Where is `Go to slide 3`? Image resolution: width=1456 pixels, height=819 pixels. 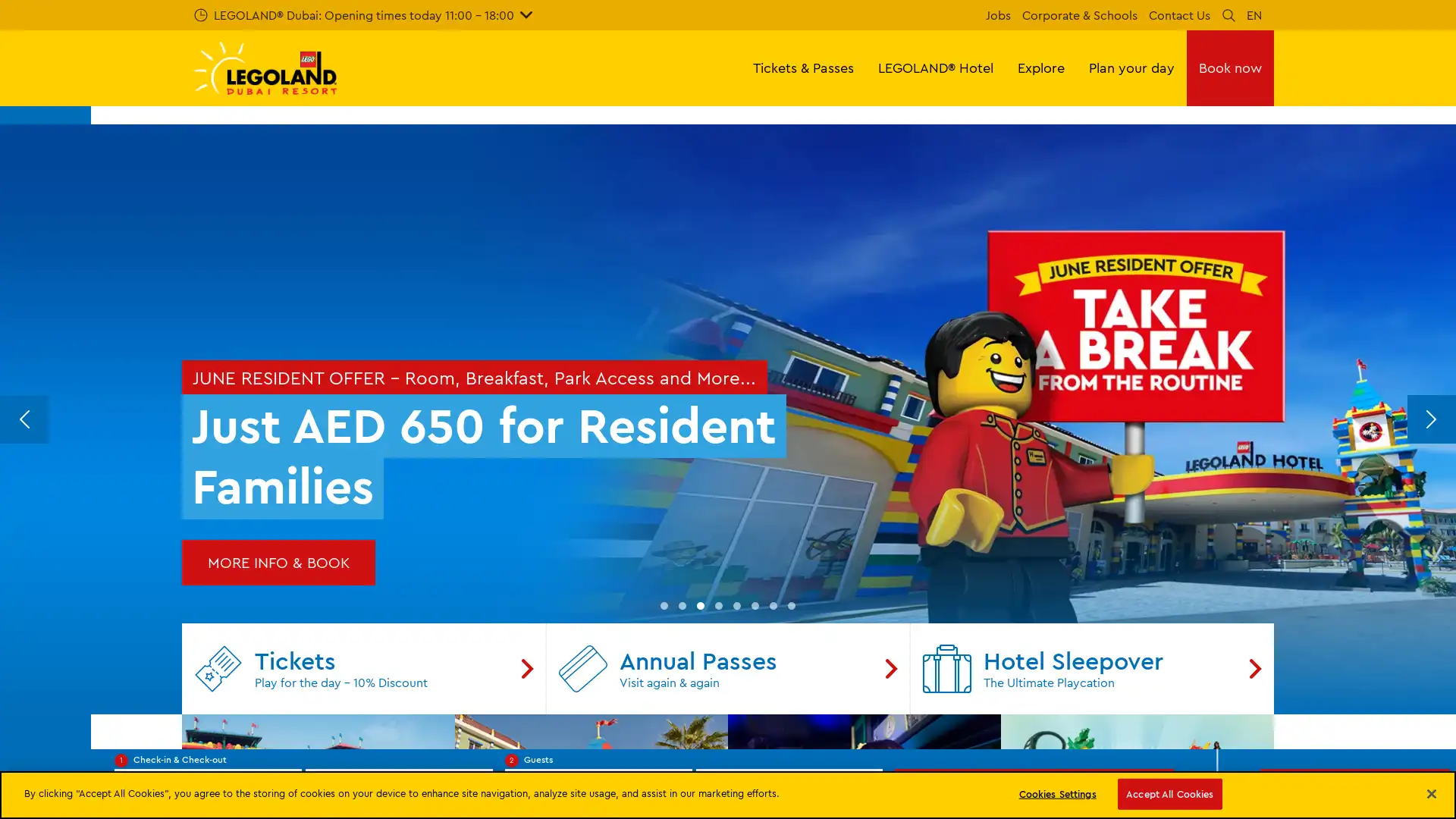 Go to slide 3 is located at coordinates (699, 604).